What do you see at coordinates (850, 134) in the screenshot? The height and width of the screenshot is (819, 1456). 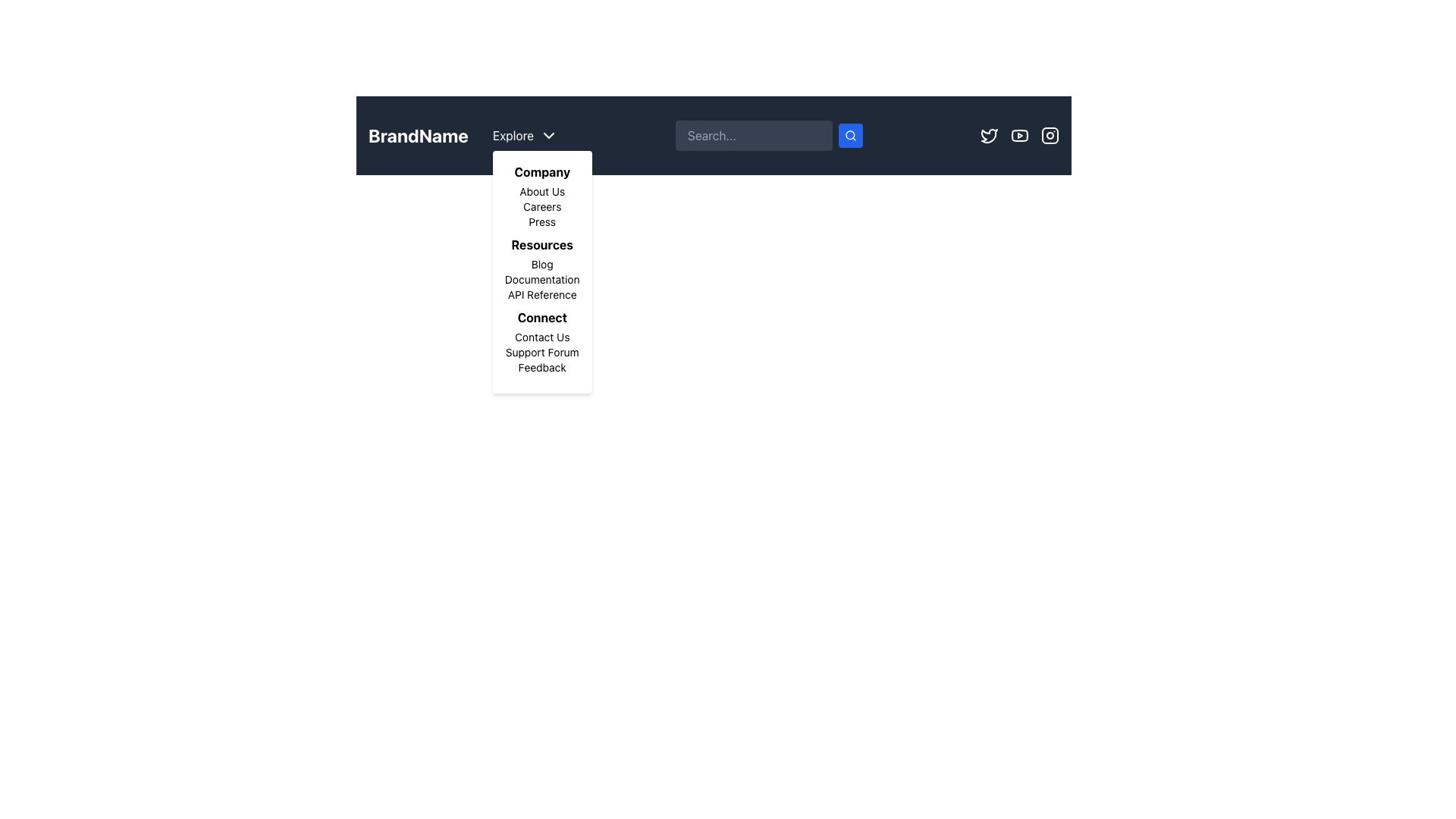 I see `the search icon located inside the button with a blue background and rounded corners, positioned to the right of the input search field in the navigation bar` at bounding box center [850, 134].